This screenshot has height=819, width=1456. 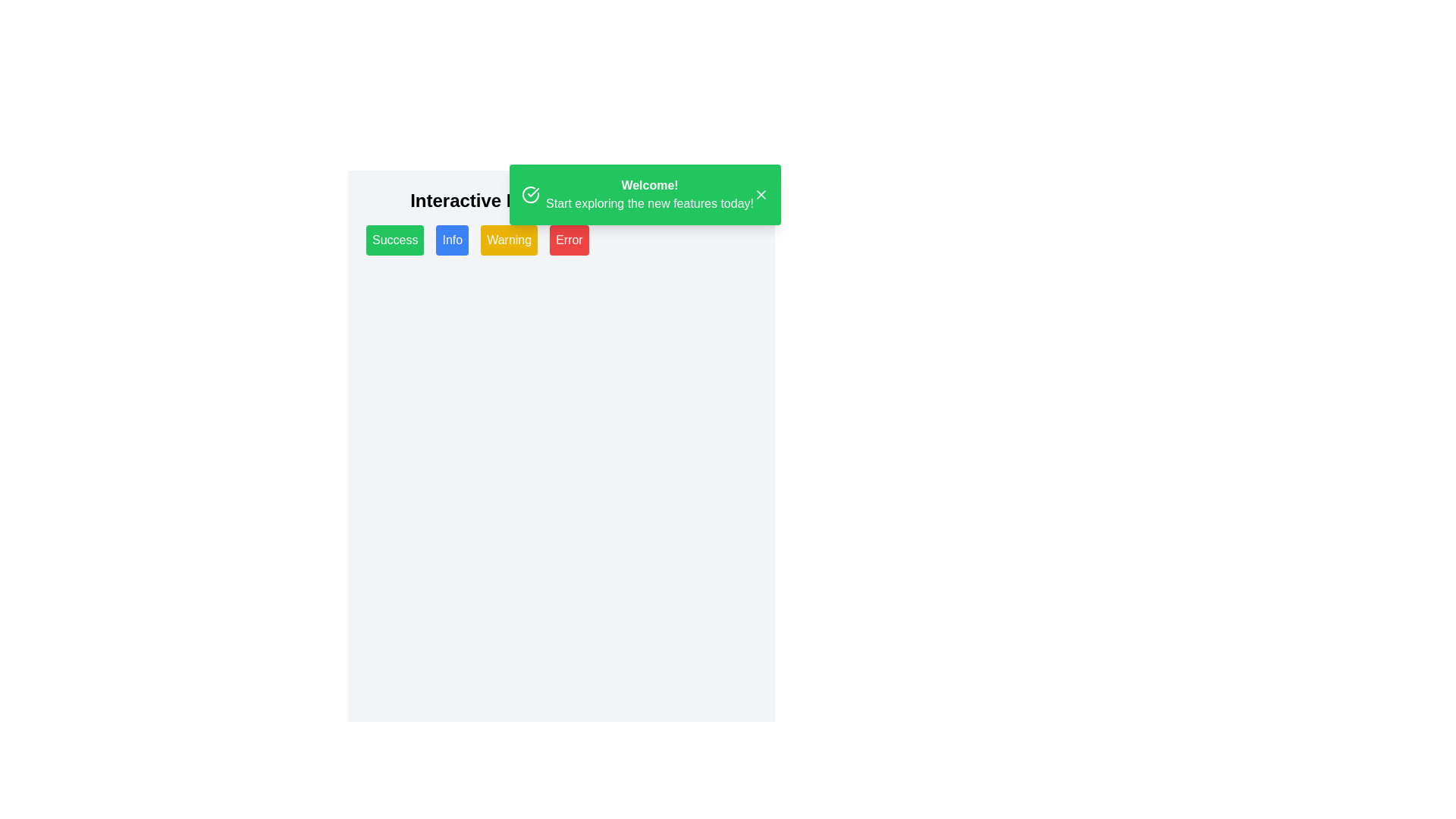 What do you see at coordinates (531, 194) in the screenshot?
I see `the checkmark icon inside a circle, which is outlined in white and set against a vibrant green background, for possible interactions` at bounding box center [531, 194].